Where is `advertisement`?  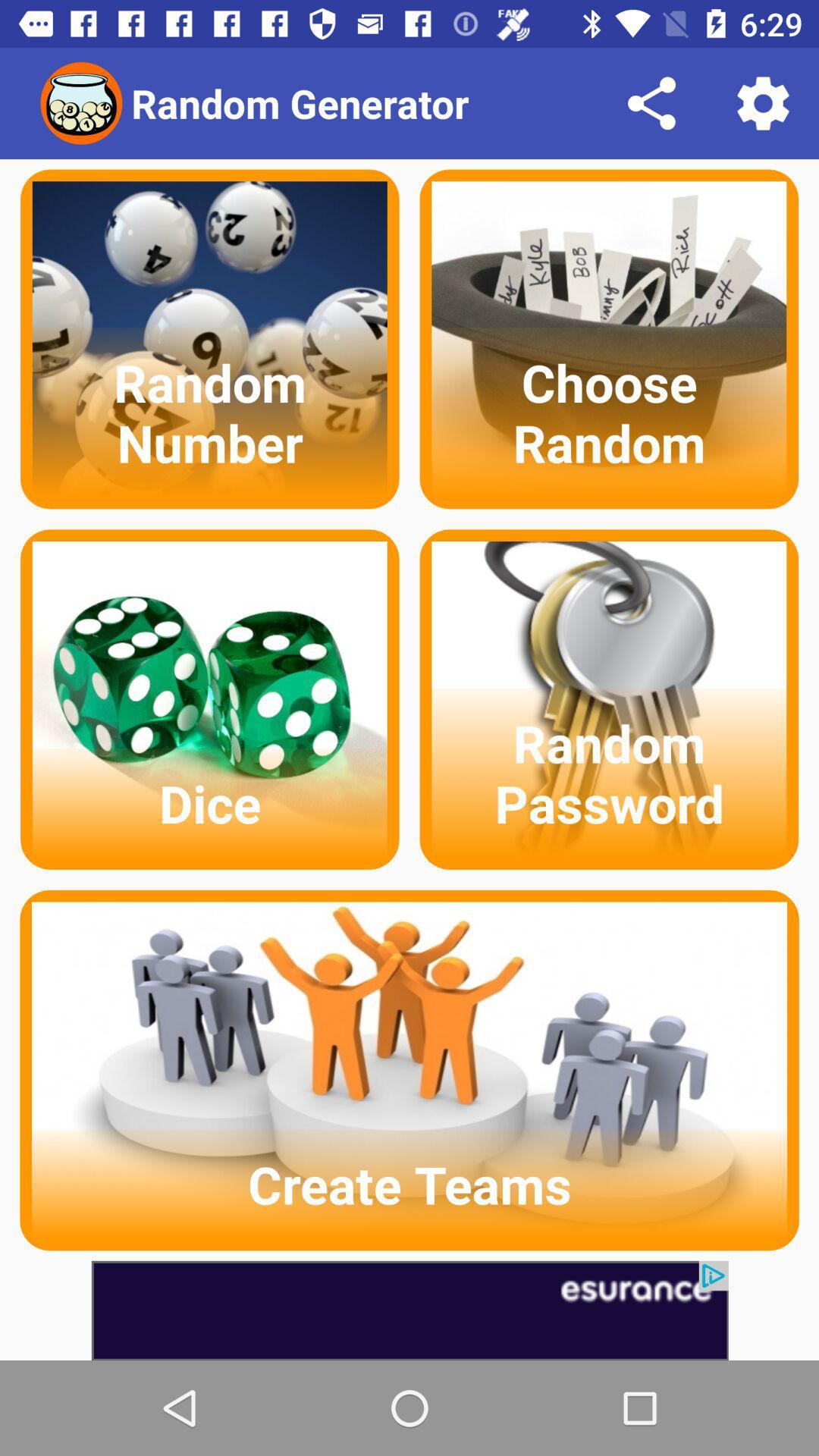
advertisement is located at coordinates (409, 1310).